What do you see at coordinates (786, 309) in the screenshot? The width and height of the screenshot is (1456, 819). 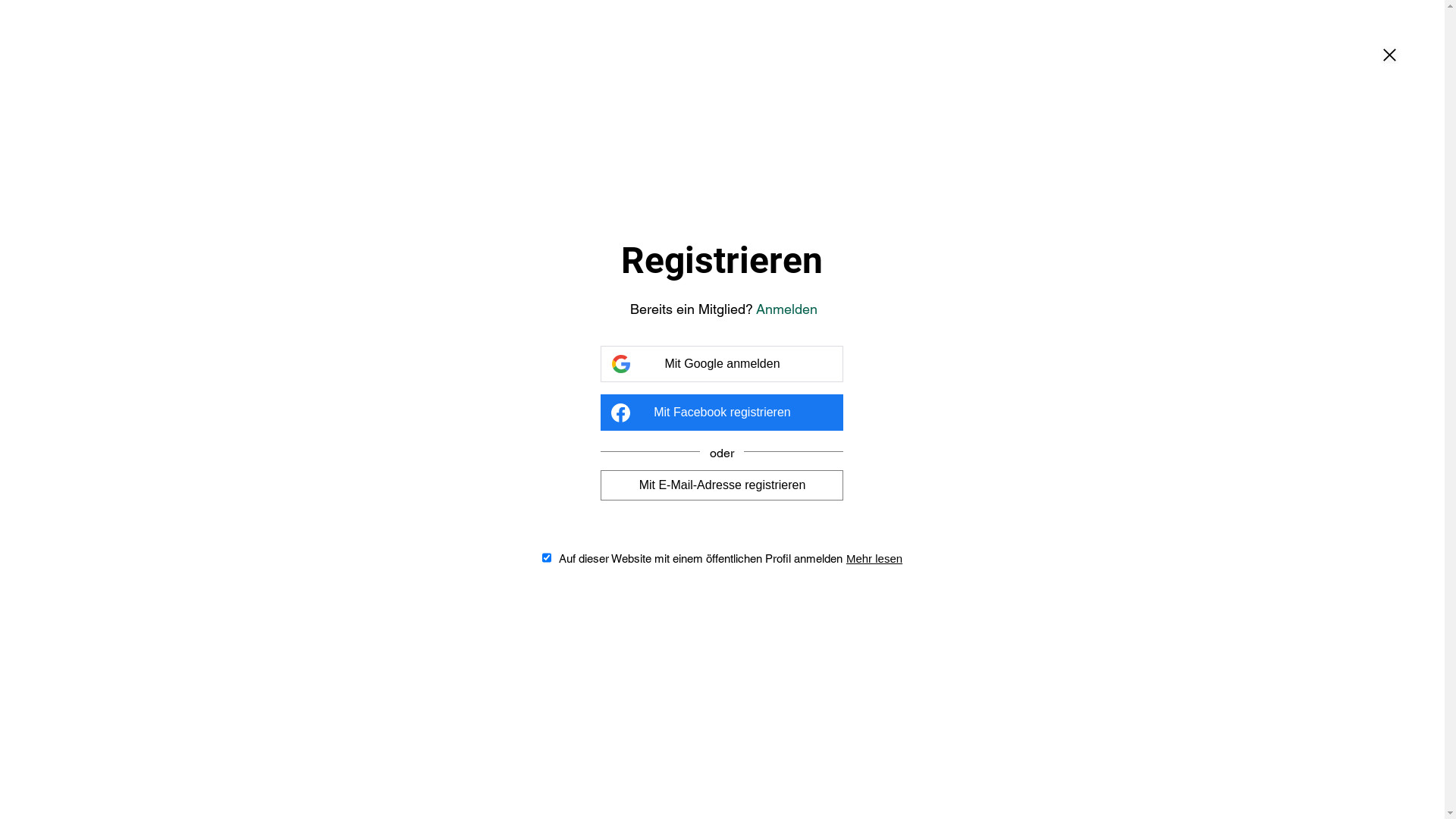 I see `'Anmelden'` at bounding box center [786, 309].